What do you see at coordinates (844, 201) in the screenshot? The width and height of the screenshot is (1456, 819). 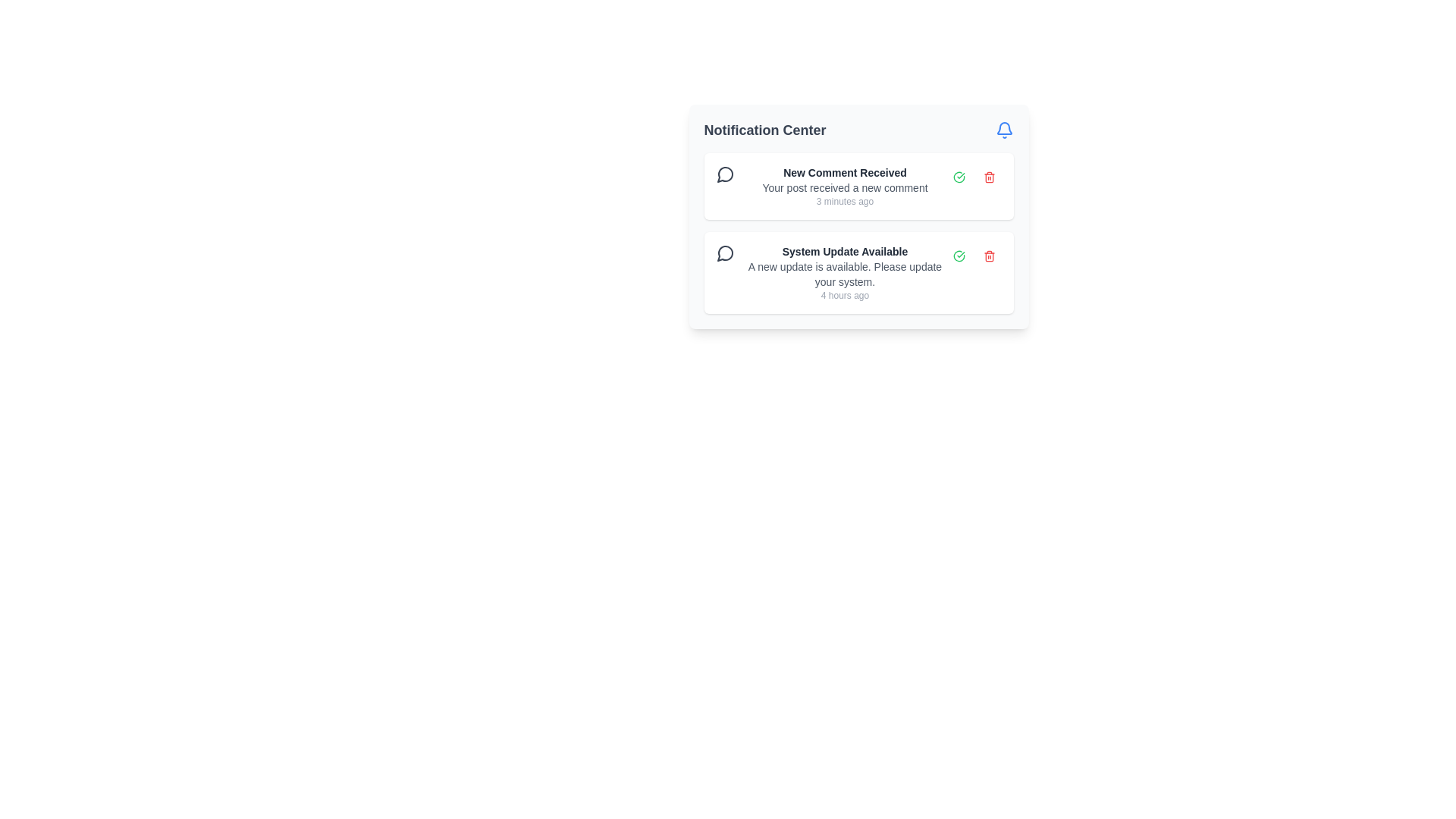 I see `the Text Label that displays the time elapsed since the notification about a new comment was received, located in the bottom-right corner of the notification block labeled 'New Comment Received'` at bounding box center [844, 201].